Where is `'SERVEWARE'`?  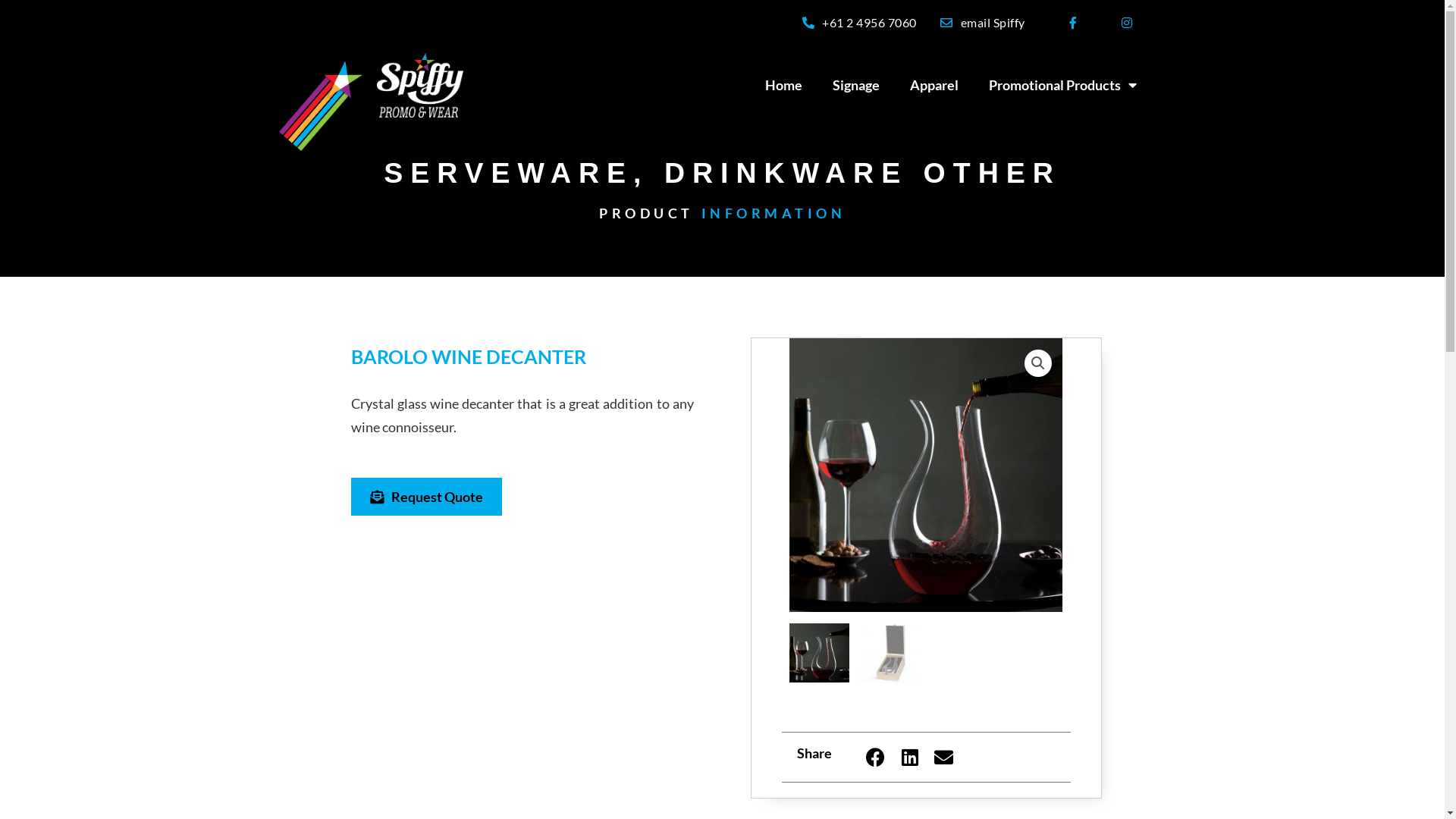
'SERVEWARE' is located at coordinates (508, 171).